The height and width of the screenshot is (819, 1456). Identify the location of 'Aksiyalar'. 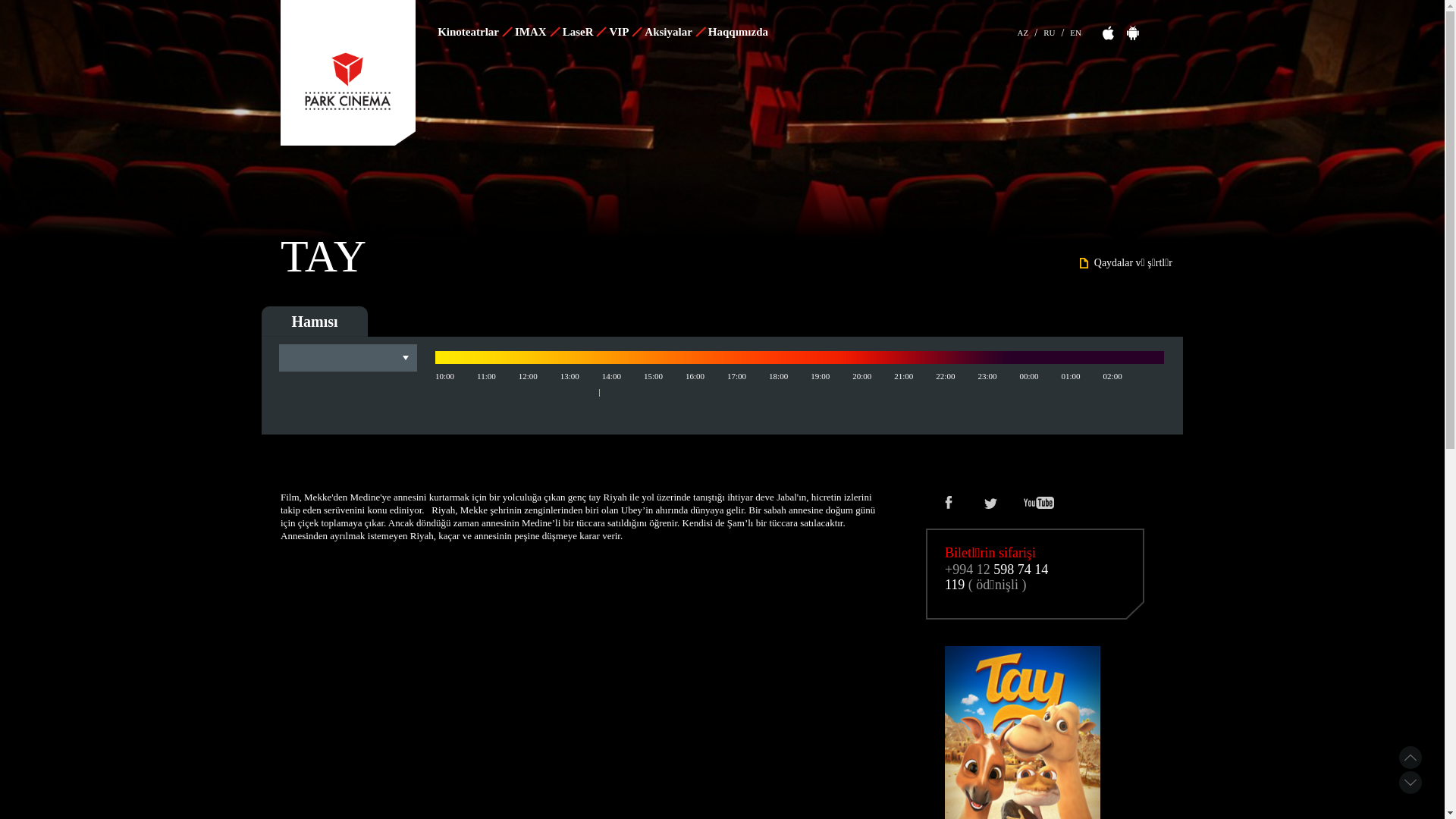
(642, 32).